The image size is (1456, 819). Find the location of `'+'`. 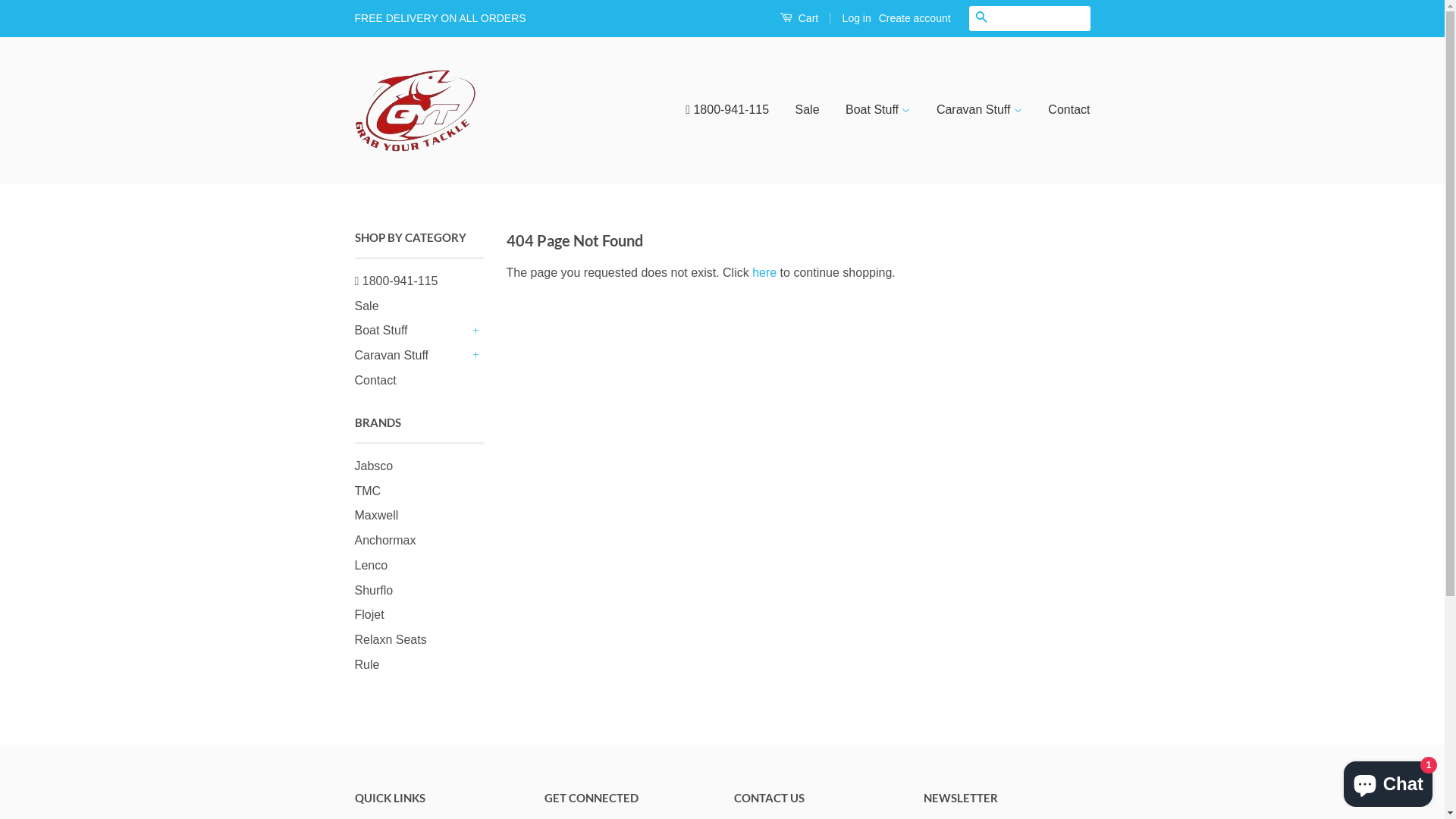

'+' is located at coordinates (475, 356).